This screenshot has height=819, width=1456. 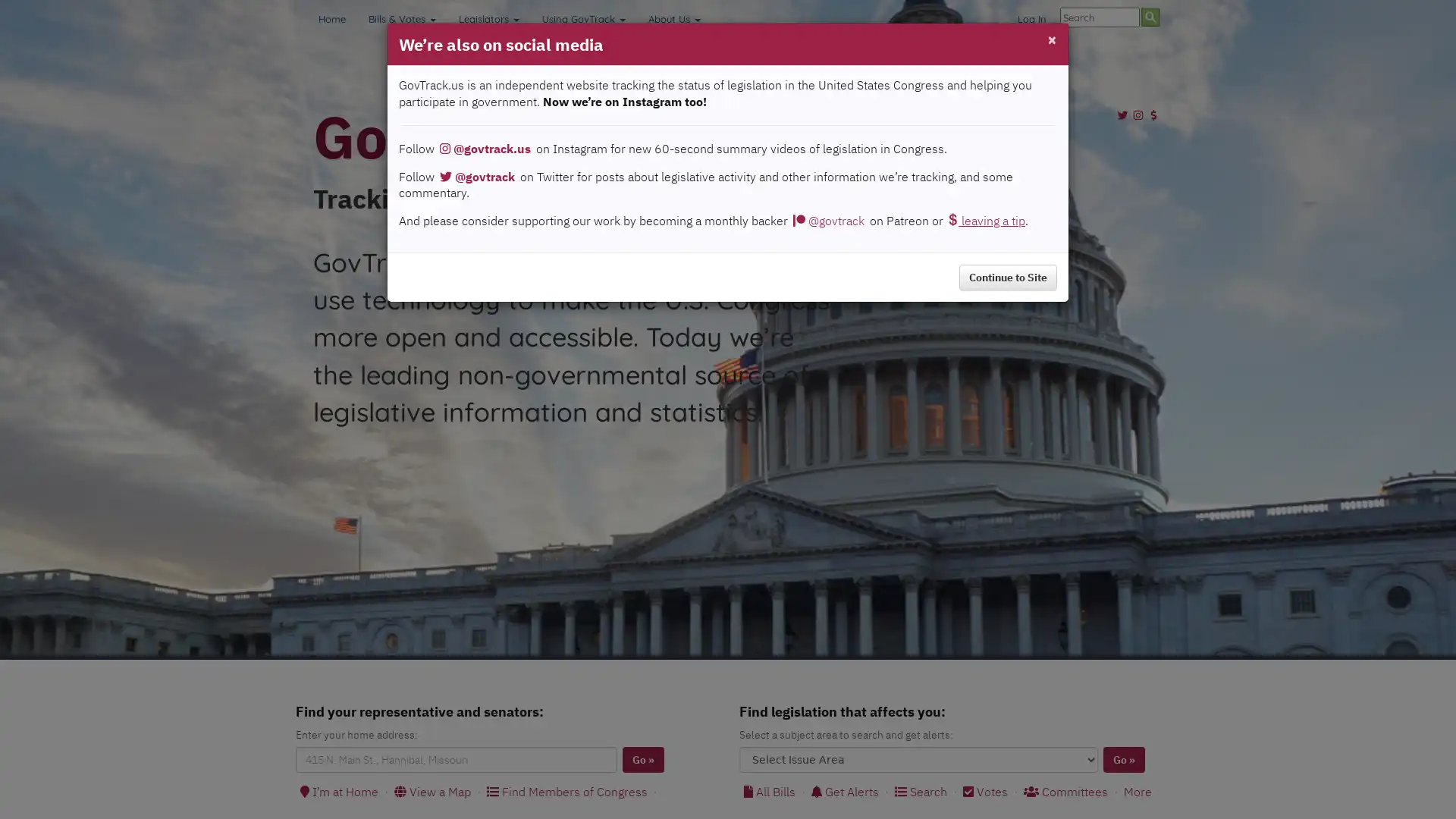 I want to click on Search, so click(x=1150, y=17).